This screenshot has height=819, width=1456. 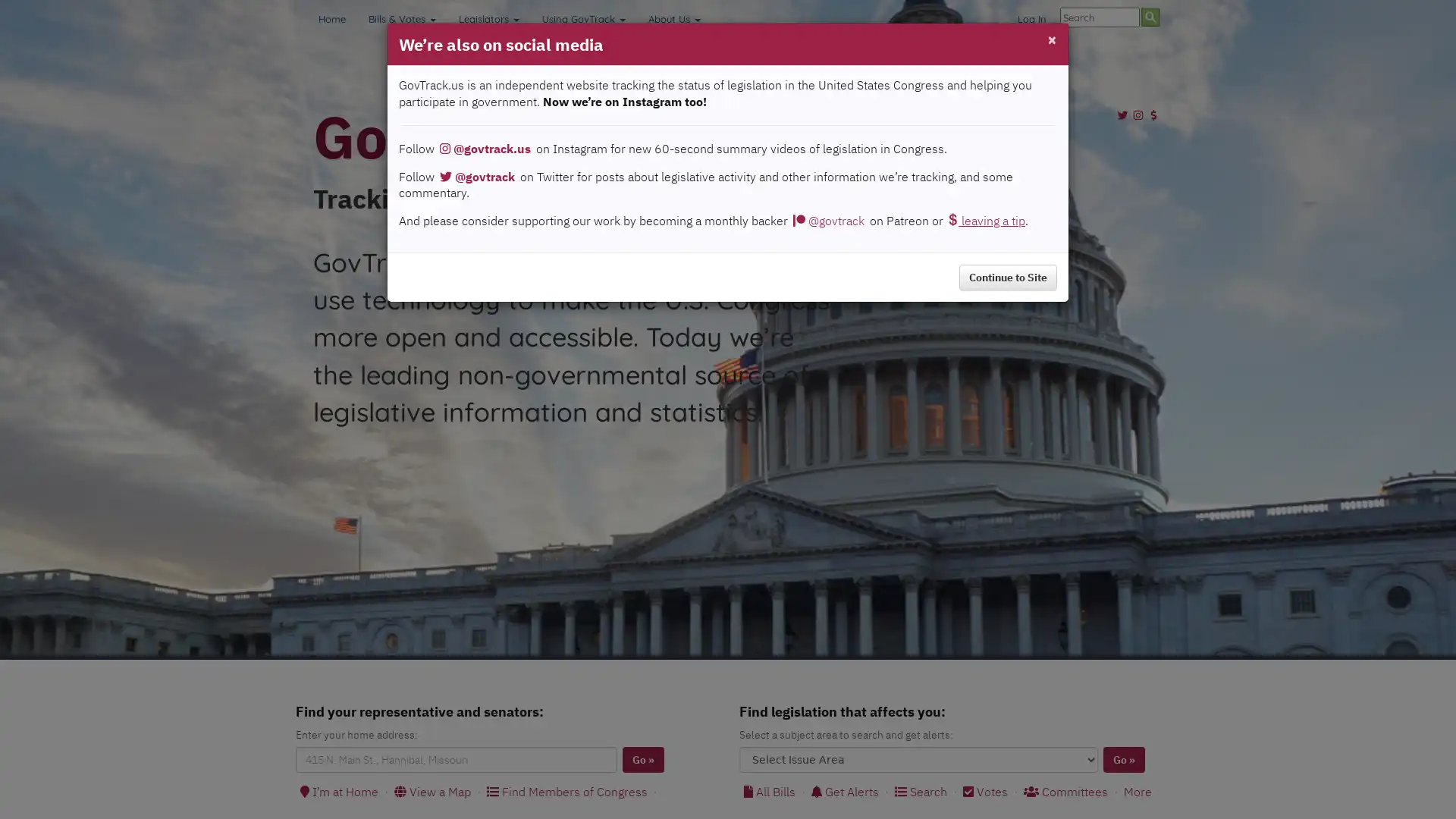 I want to click on Search, so click(x=1150, y=17).